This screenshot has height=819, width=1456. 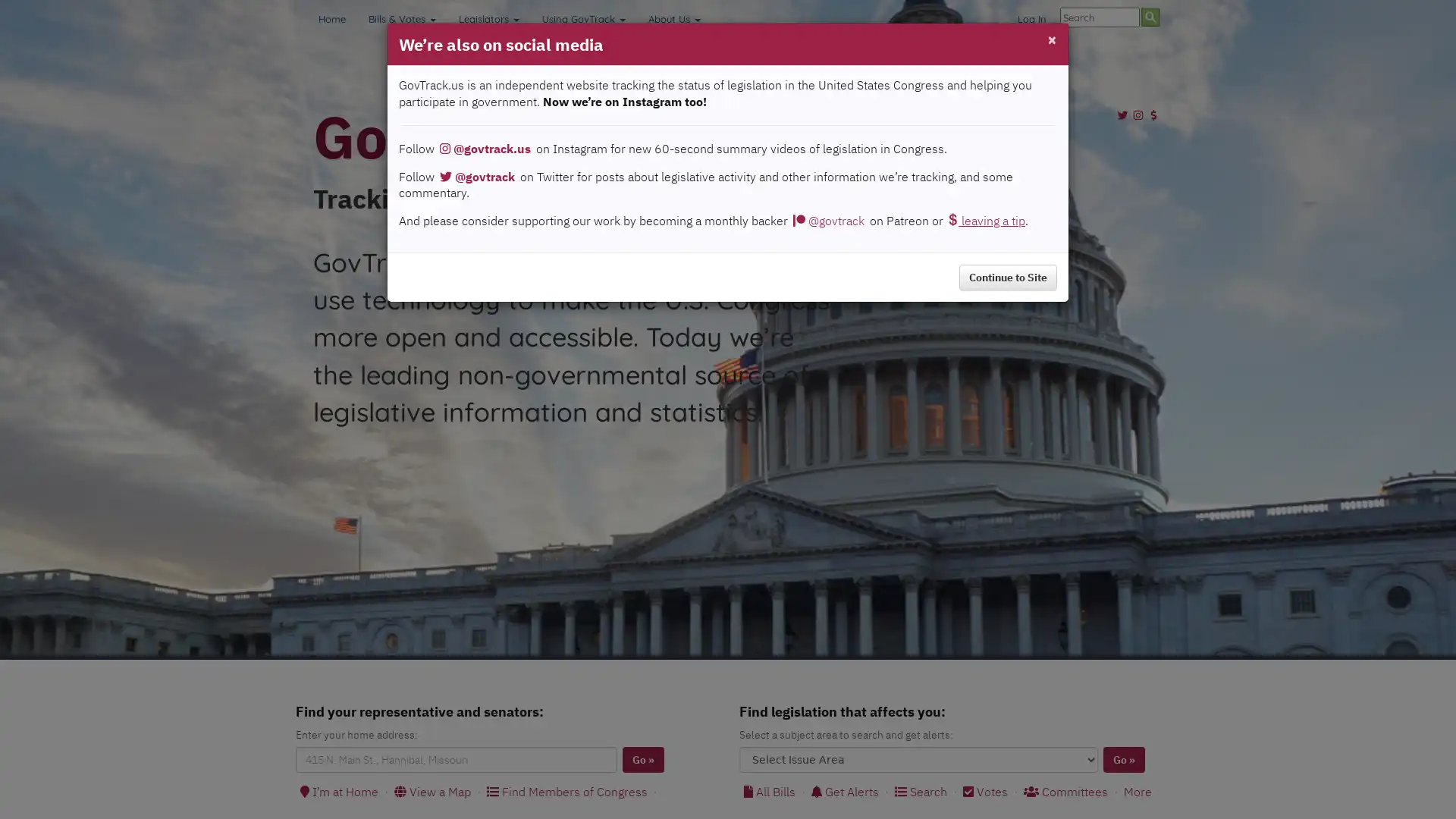 I want to click on Search, so click(x=1150, y=17).